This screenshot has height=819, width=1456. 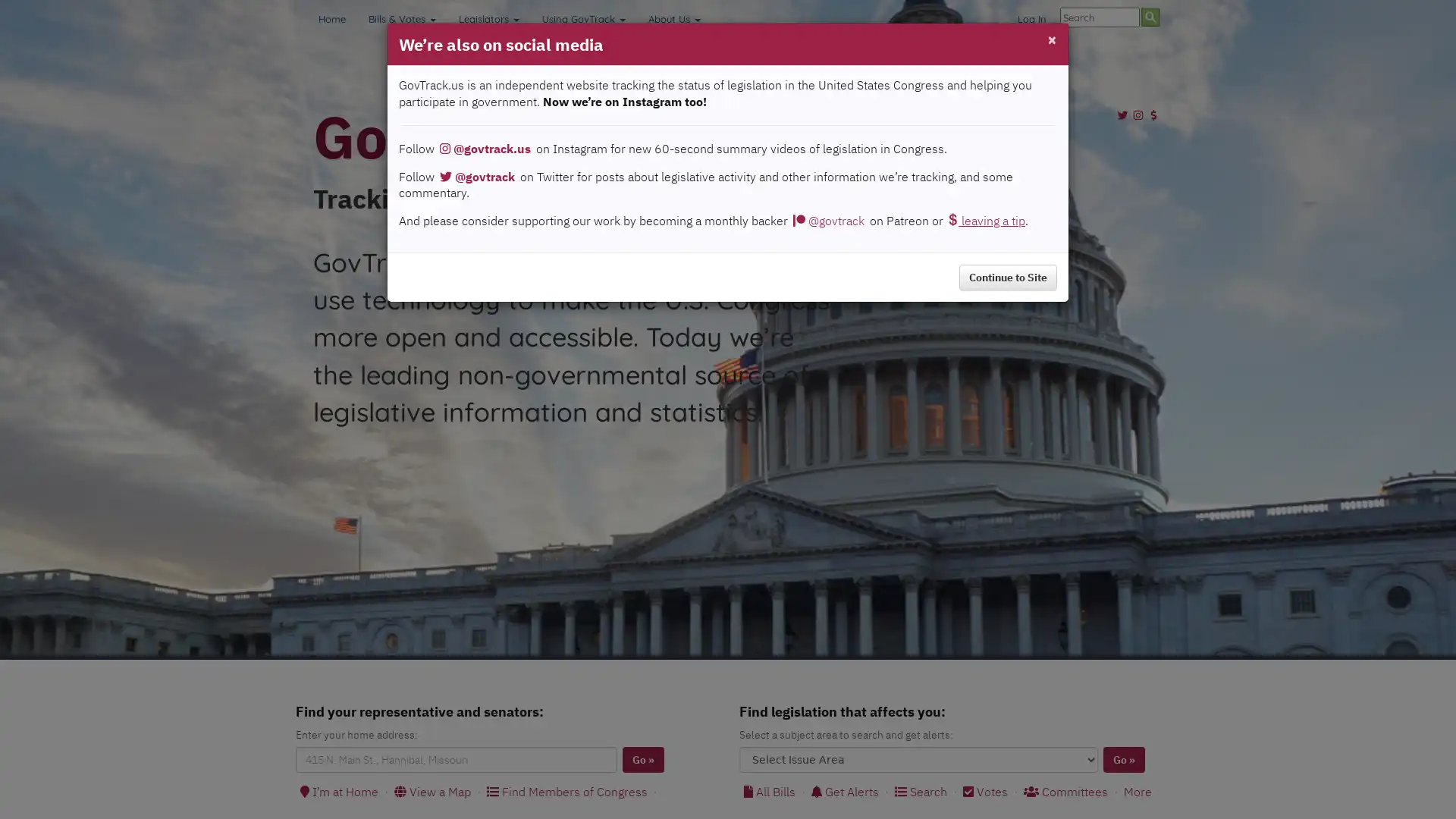 I want to click on Search, so click(x=1150, y=17).